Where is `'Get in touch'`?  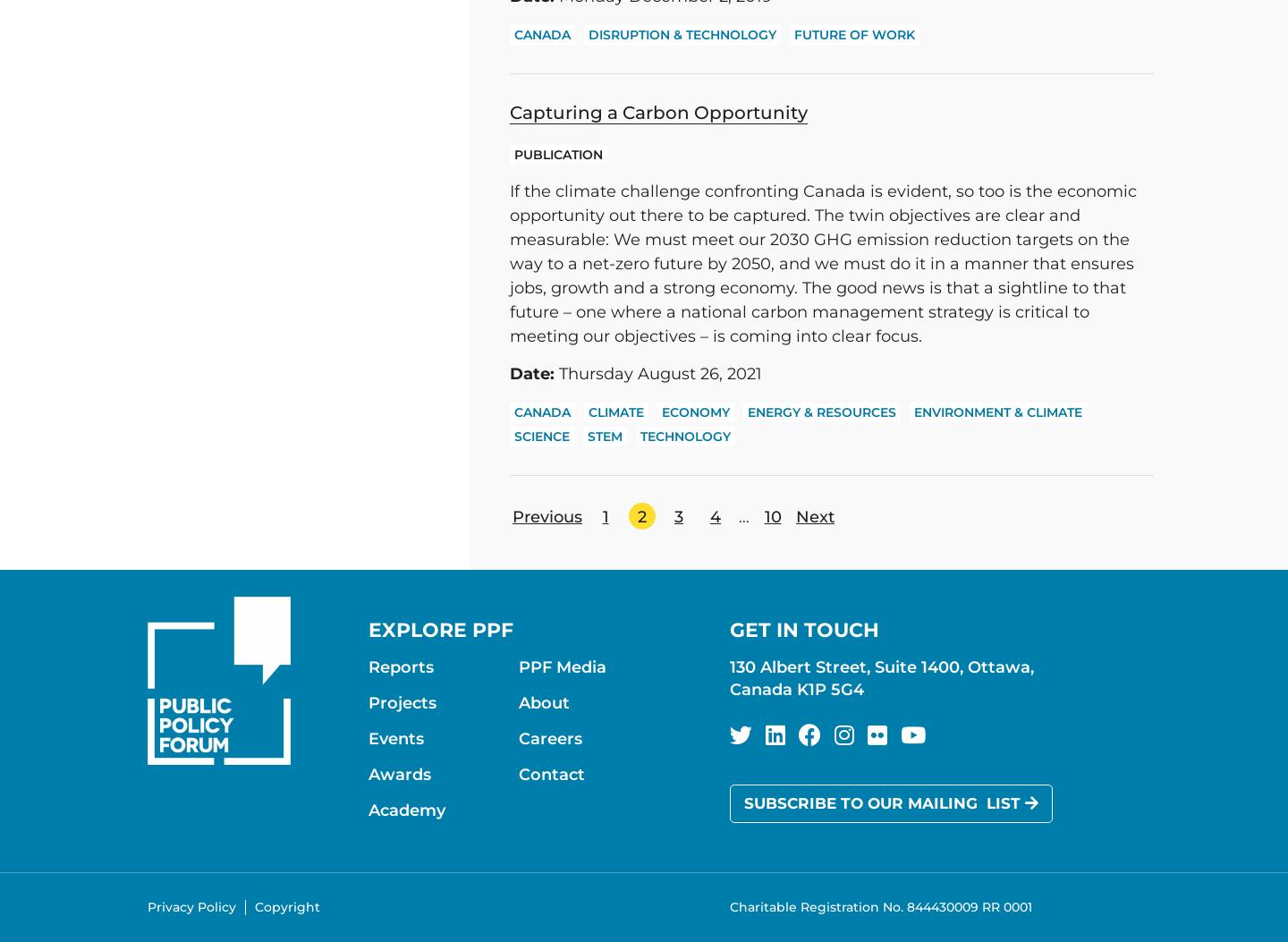
'Get in touch' is located at coordinates (730, 630).